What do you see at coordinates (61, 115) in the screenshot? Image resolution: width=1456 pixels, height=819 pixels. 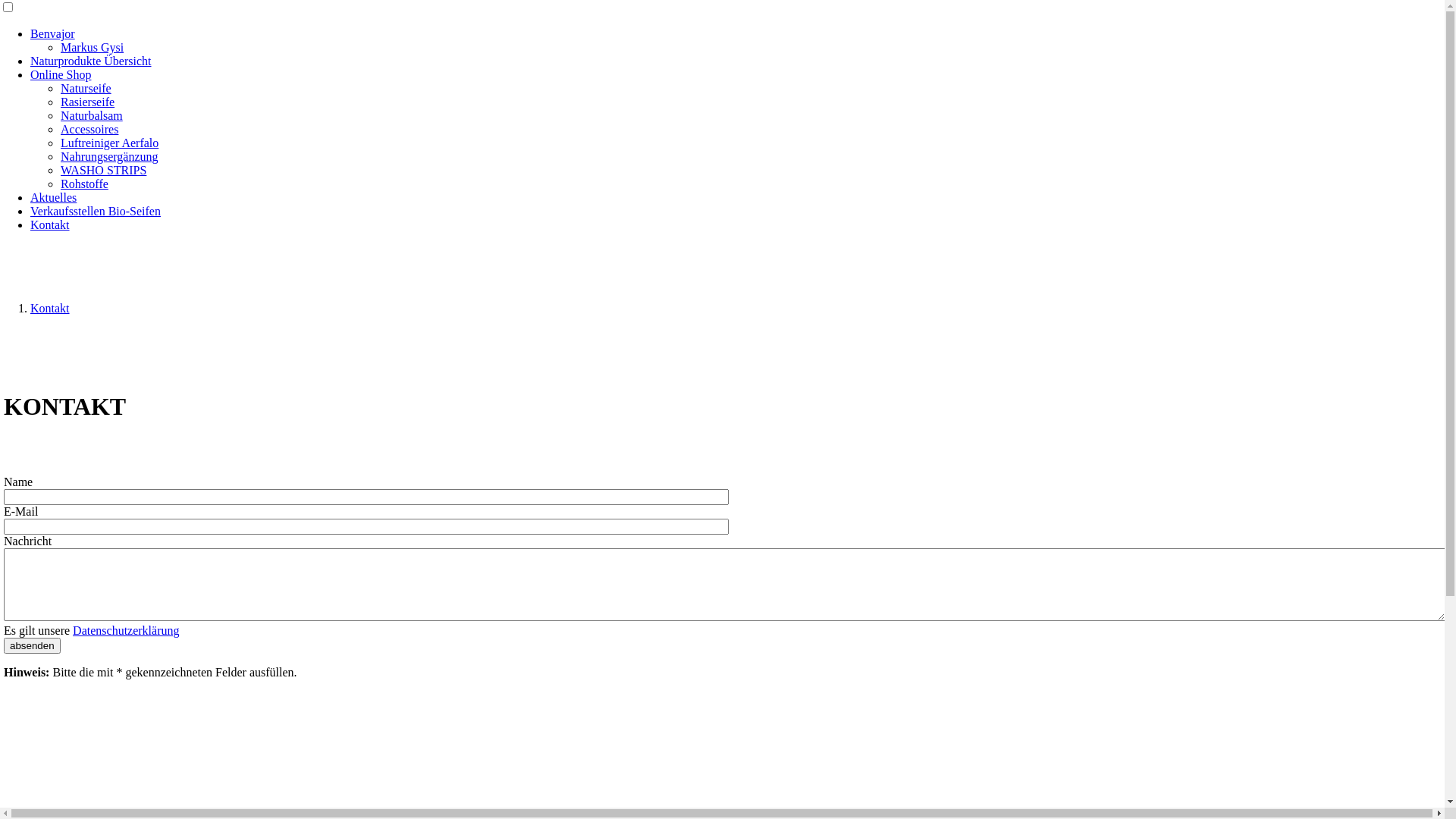 I see `'Naturbalsam'` at bounding box center [61, 115].